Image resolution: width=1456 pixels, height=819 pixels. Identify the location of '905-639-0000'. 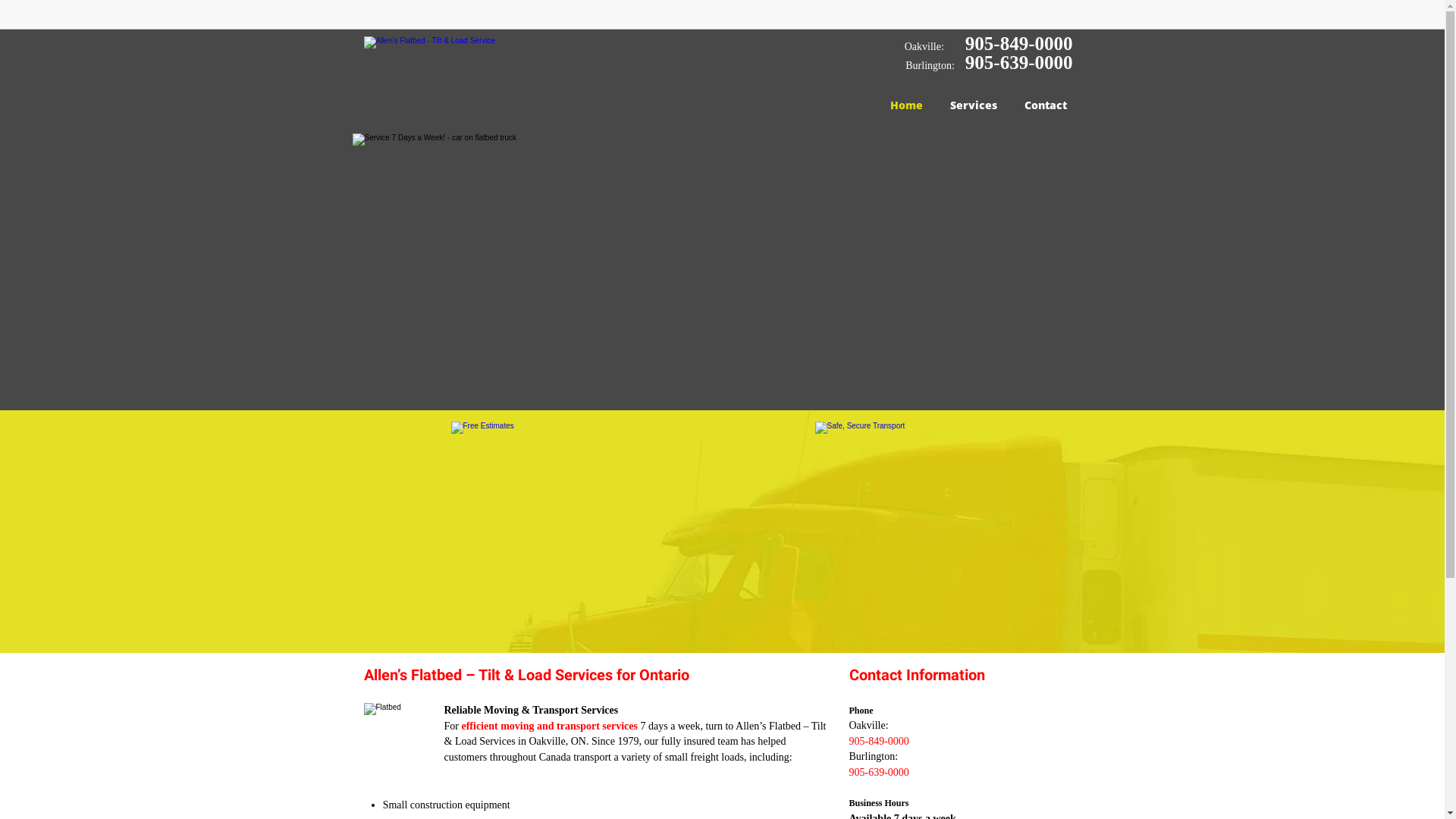
(1019, 61).